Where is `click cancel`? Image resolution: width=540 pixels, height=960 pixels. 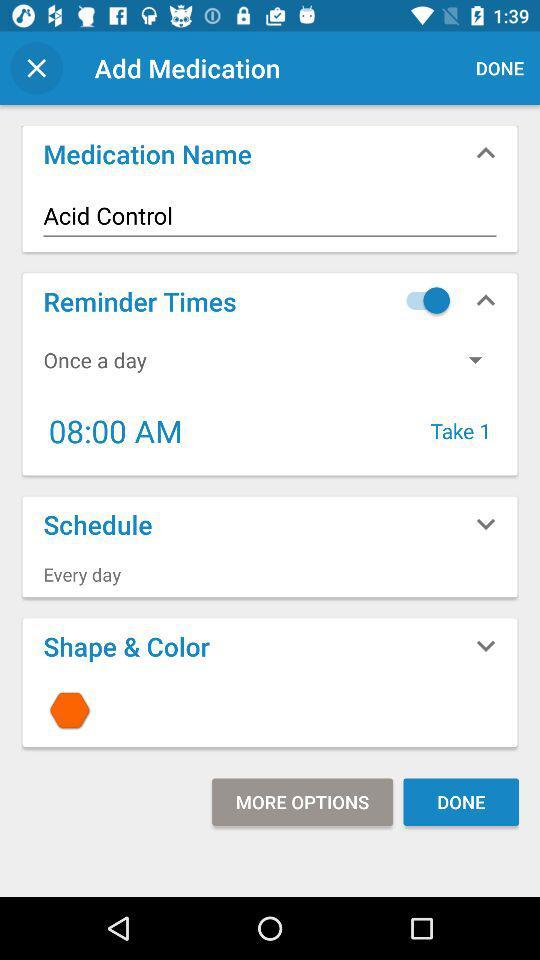 click cancel is located at coordinates (36, 68).